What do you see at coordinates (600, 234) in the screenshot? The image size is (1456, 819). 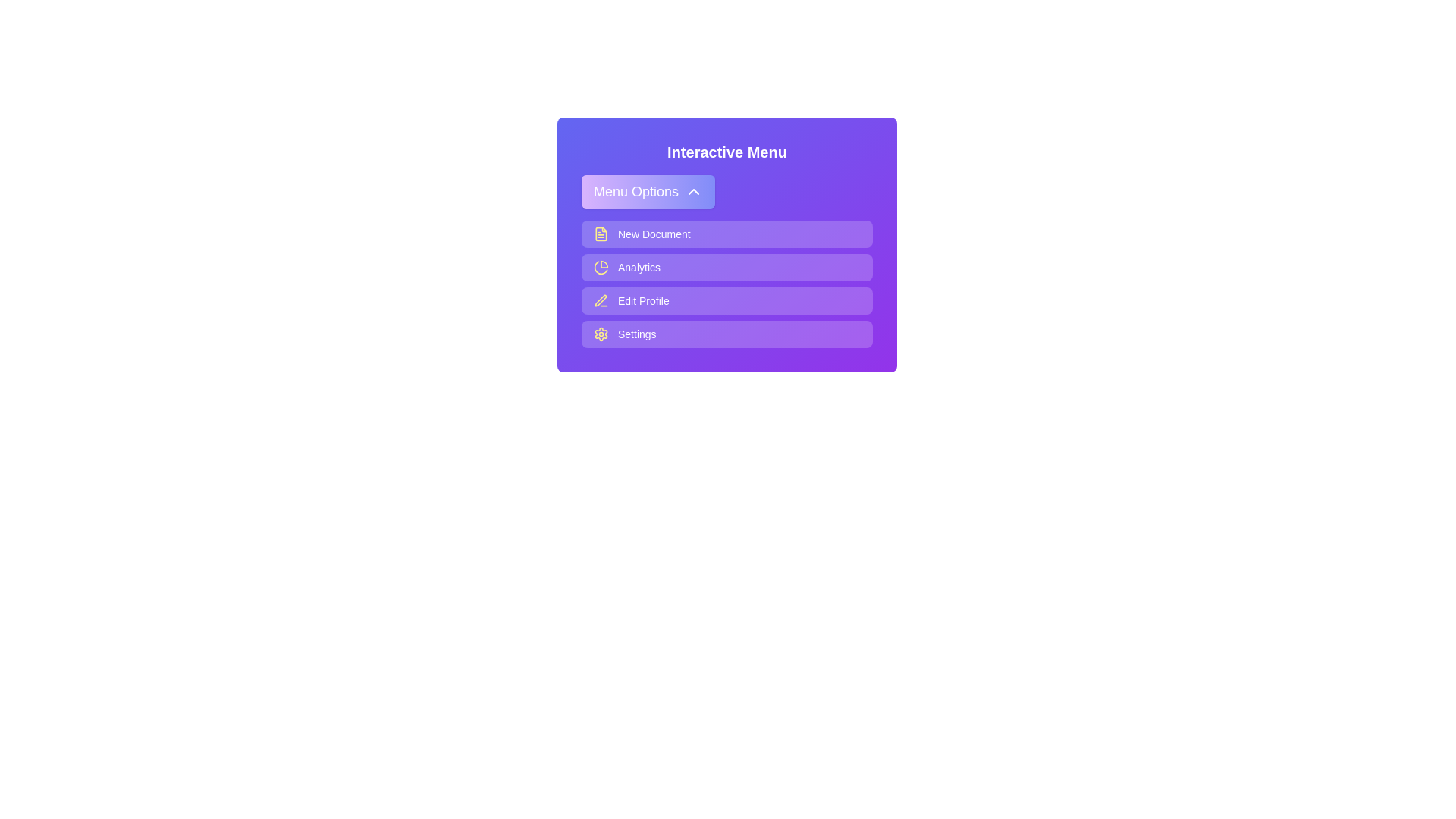 I see `the 'New Document' icon located in the first menu item, which is visually represented by an illustrative icon to the left of the text label` at bounding box center [600, 234].